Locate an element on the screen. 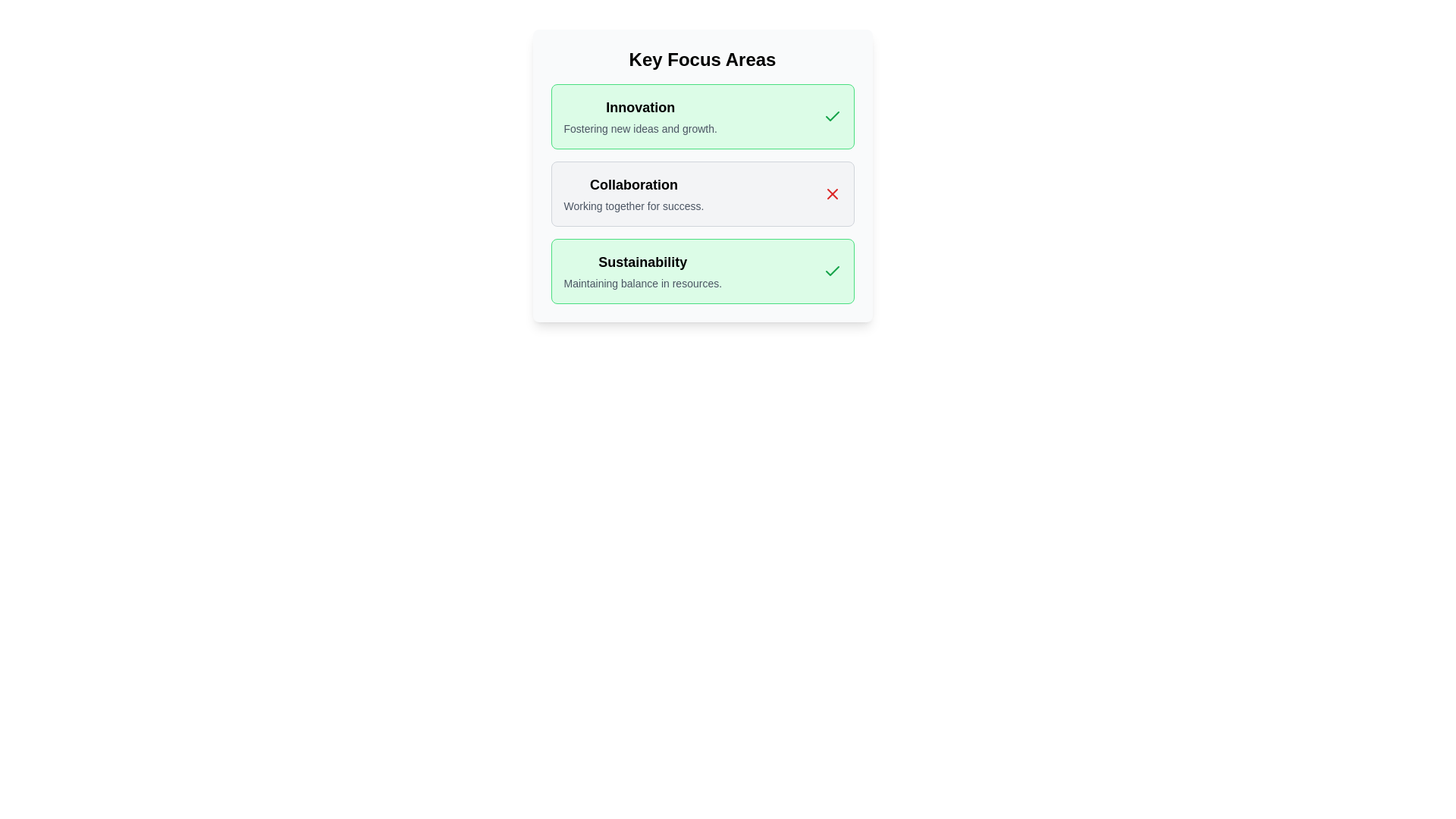 This screenshot has height=819, width=1456. the chip labeled Innovation is located at coordinates (701, 116).